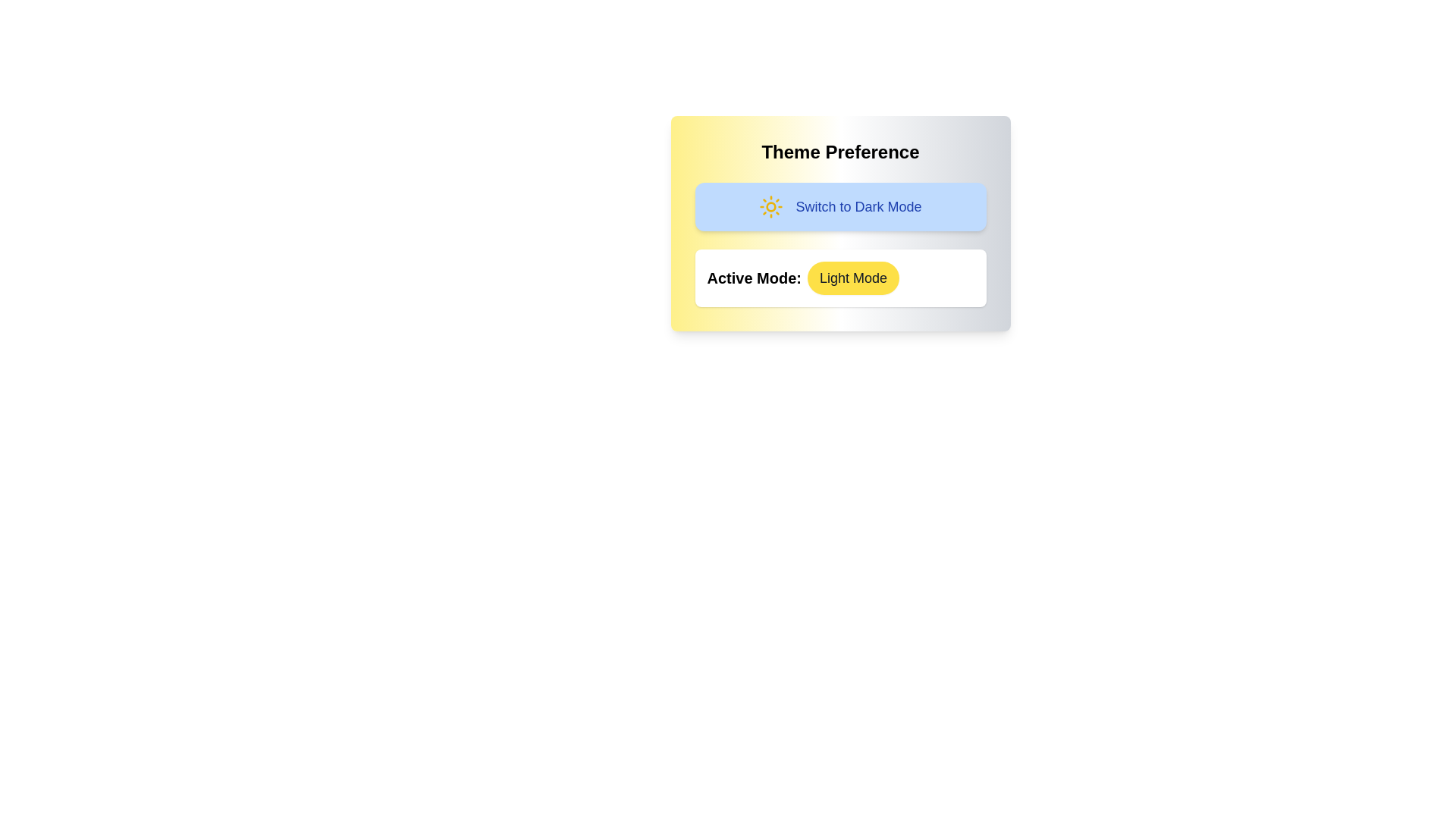  Describe the element at coordinates (771, 207) in the screenshot. I see `the sun icon representing the 'Switch to Dark Mode' button located within the 'Theme Preference' card` at that location.